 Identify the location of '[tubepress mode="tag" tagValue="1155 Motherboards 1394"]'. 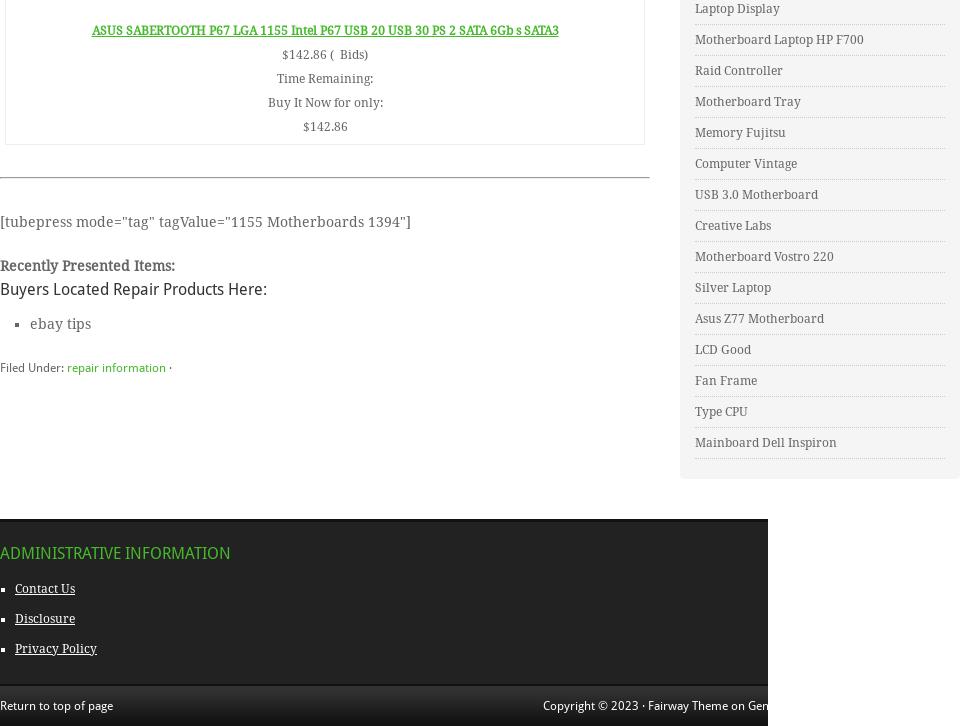
(205, 221).